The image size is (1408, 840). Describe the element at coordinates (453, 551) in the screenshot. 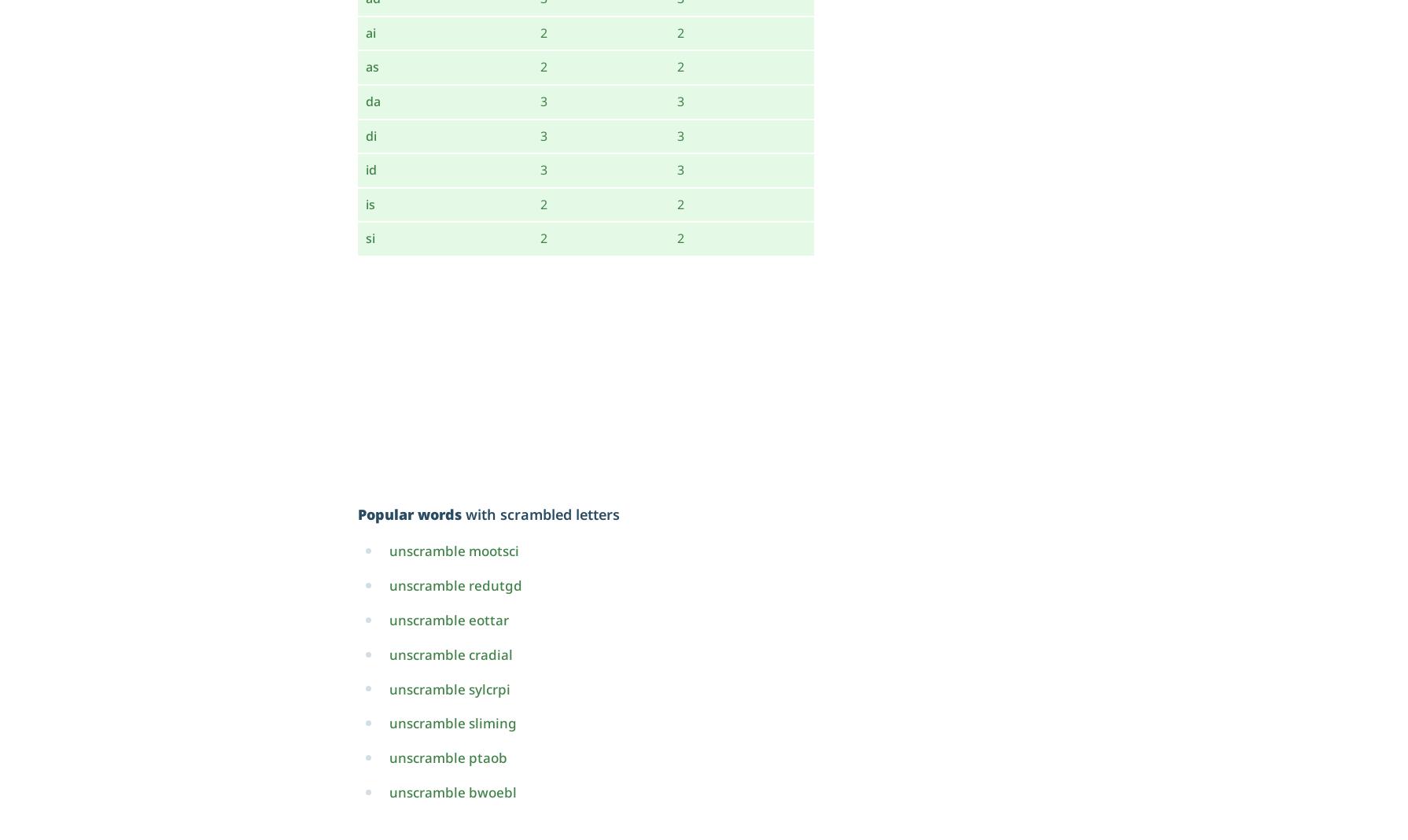

I see `'unscramble mootsci'` at that location.